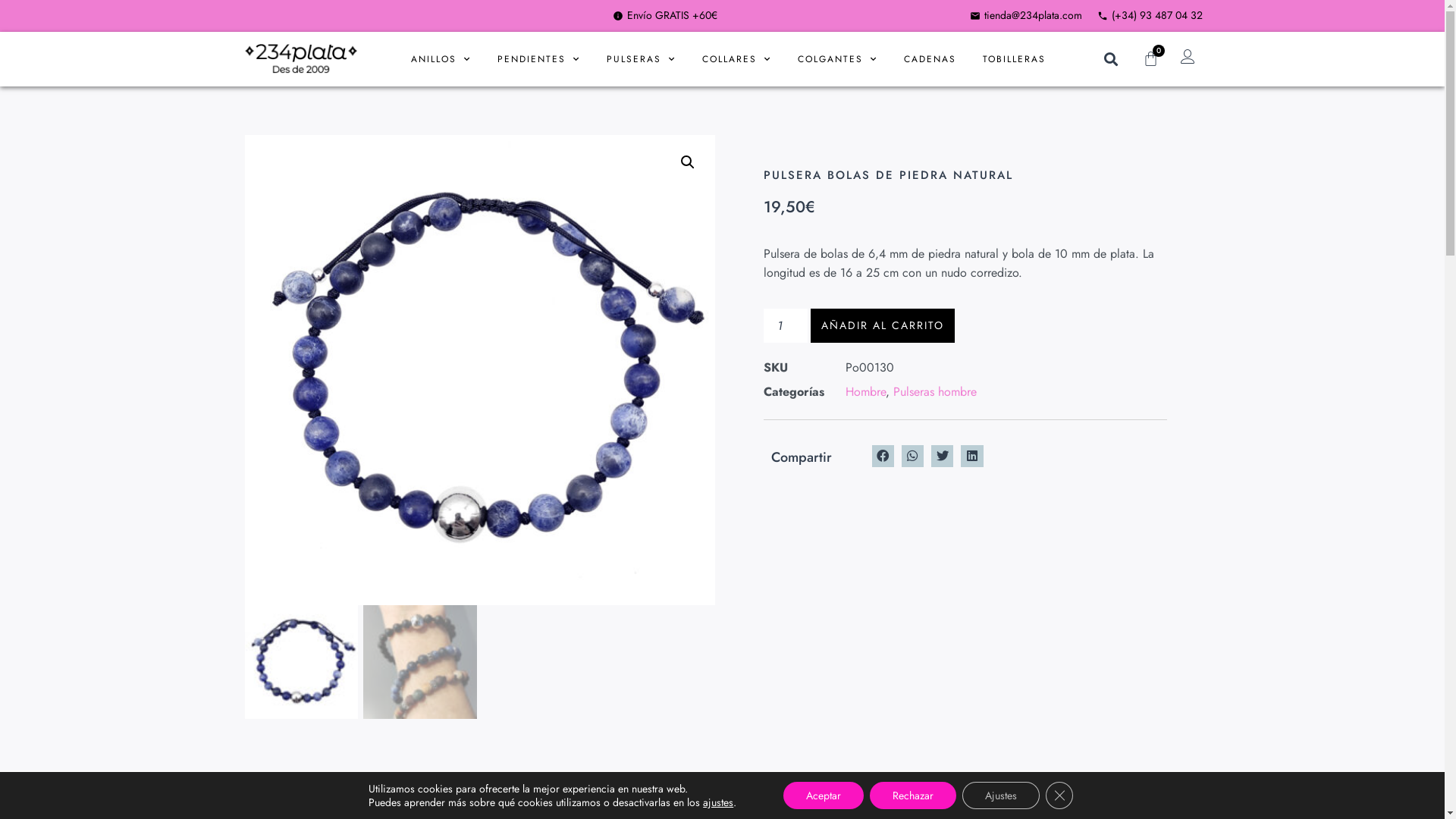  What do you see at coordinates (912, 795) in the screenshot?
I see `'Rechazar'` at bounding box center [912, 795].